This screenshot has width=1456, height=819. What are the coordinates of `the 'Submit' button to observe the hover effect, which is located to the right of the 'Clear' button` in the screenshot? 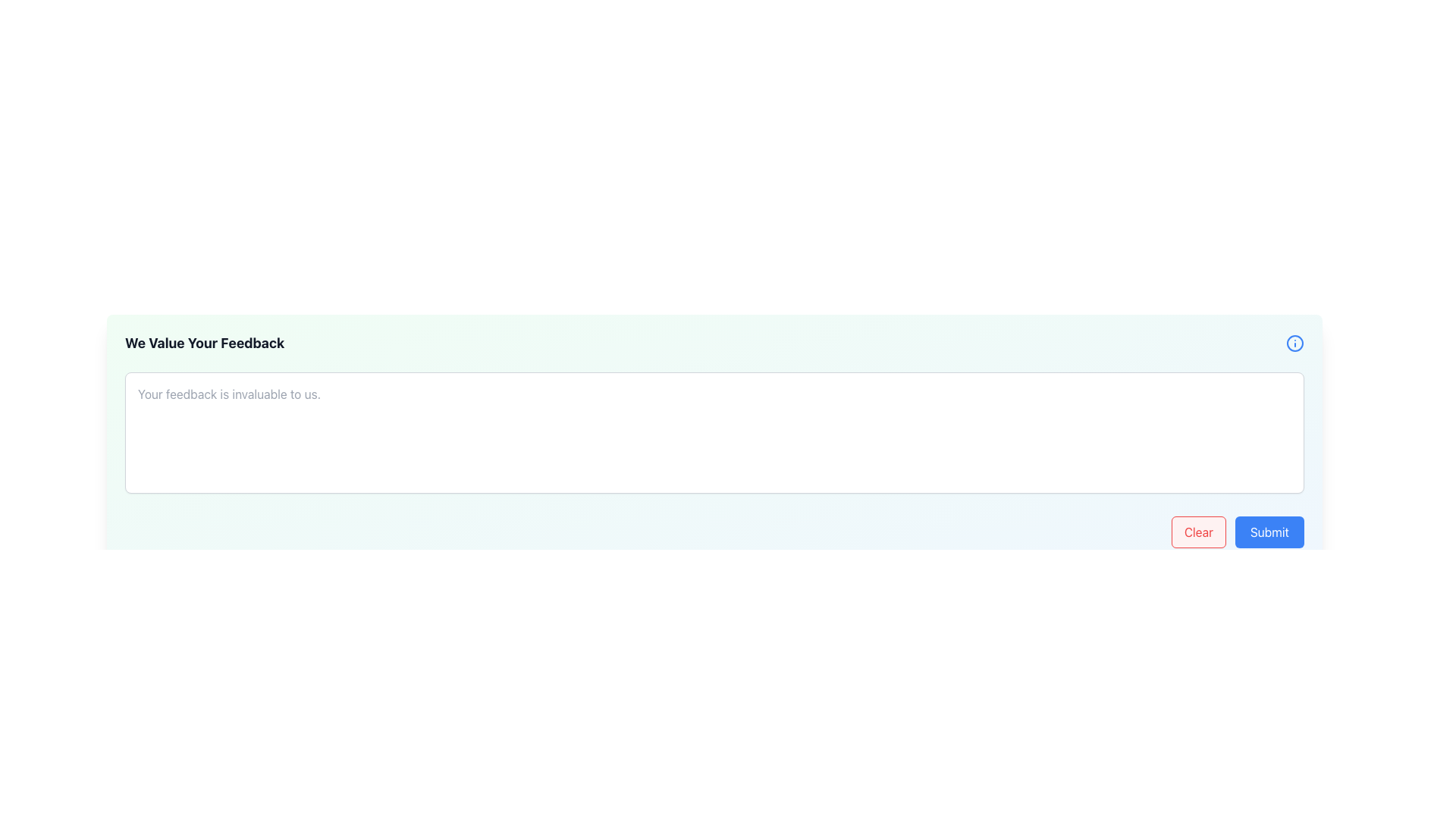 It's located at (1269, 532).